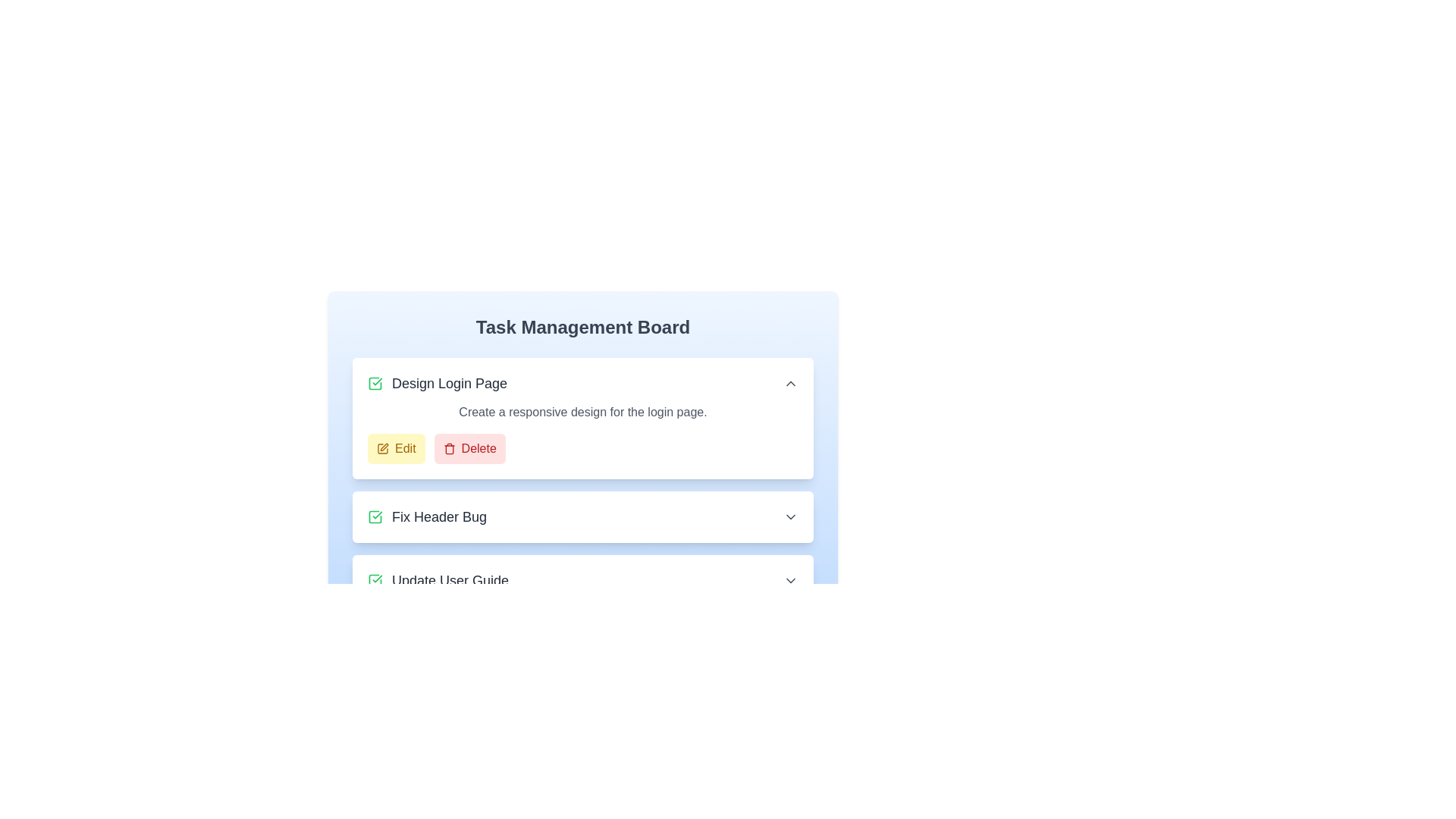  What do you see at coordinates (396, 447) in the screenshot?
I see `the 'Edit' button for the task titled 'Design Login Page'` at bounding box center [396, 447].